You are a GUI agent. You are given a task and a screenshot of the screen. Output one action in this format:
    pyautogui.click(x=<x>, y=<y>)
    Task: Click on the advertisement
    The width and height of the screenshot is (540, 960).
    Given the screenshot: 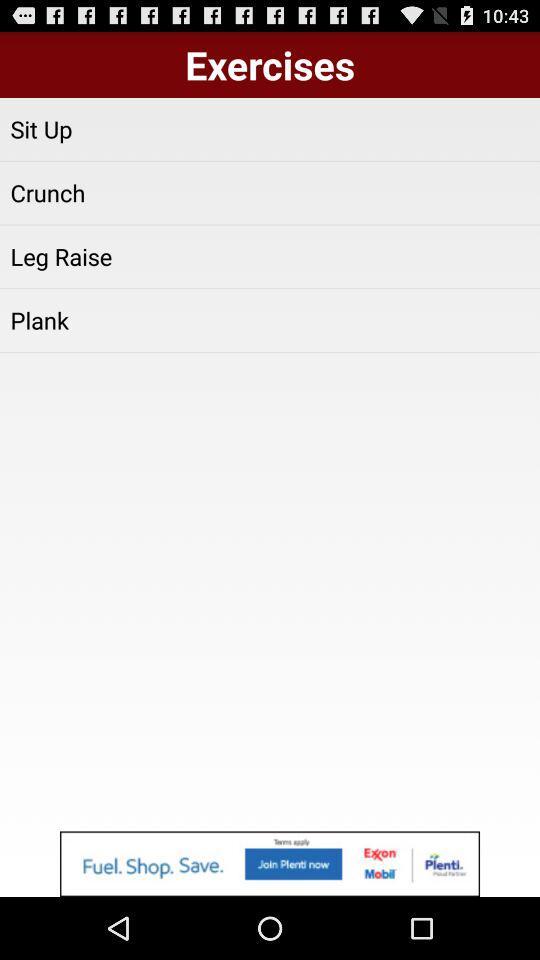 What is the action you would take?
    pyautogui.click(x=270, y=863)
    